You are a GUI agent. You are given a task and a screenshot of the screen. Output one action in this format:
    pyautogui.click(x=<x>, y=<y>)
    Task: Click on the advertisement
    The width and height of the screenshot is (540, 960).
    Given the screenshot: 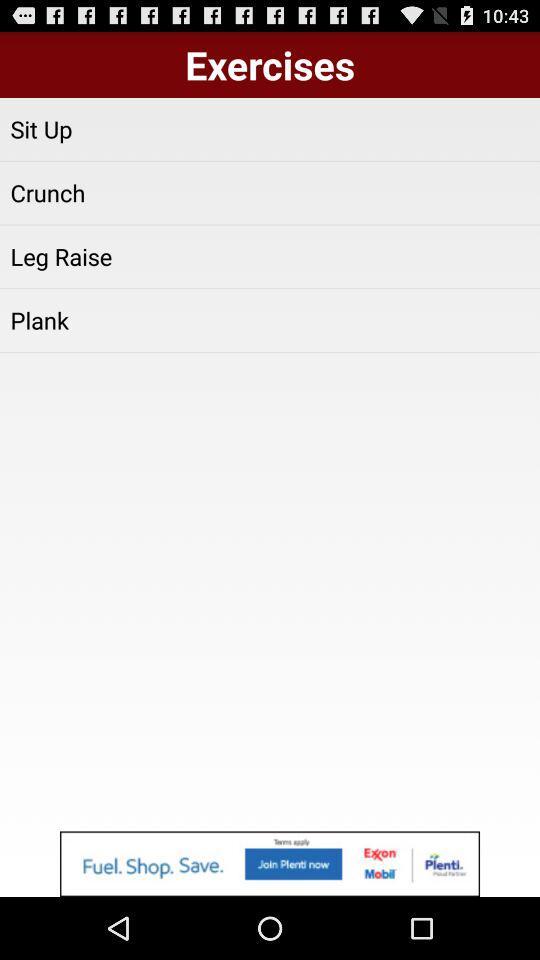 What is the action you would take?
    pyautogui.click(x=270, y=863)
    